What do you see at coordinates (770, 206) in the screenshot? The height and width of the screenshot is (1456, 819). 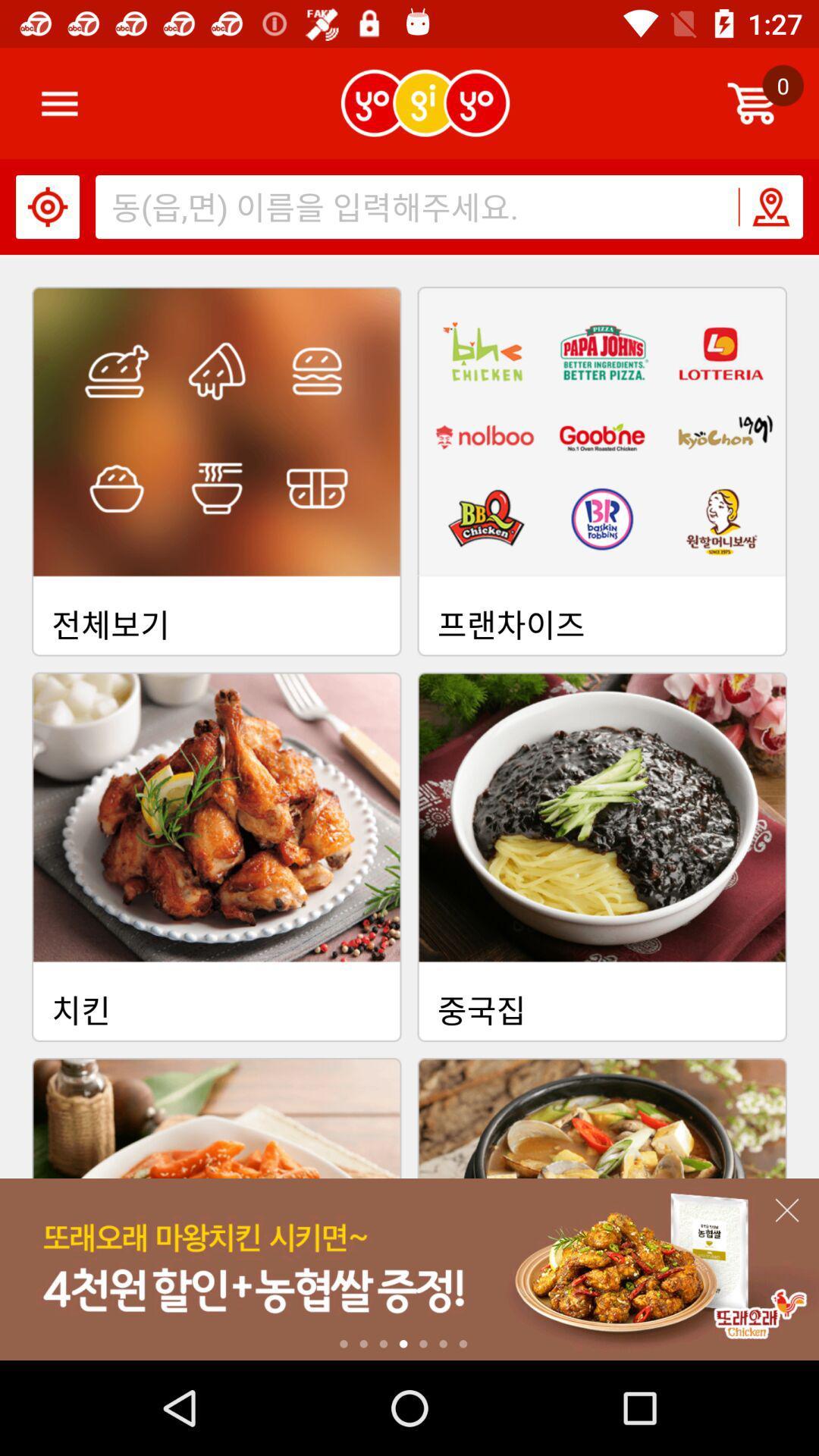 I see `the location icon` at bounding box center [770, 206].